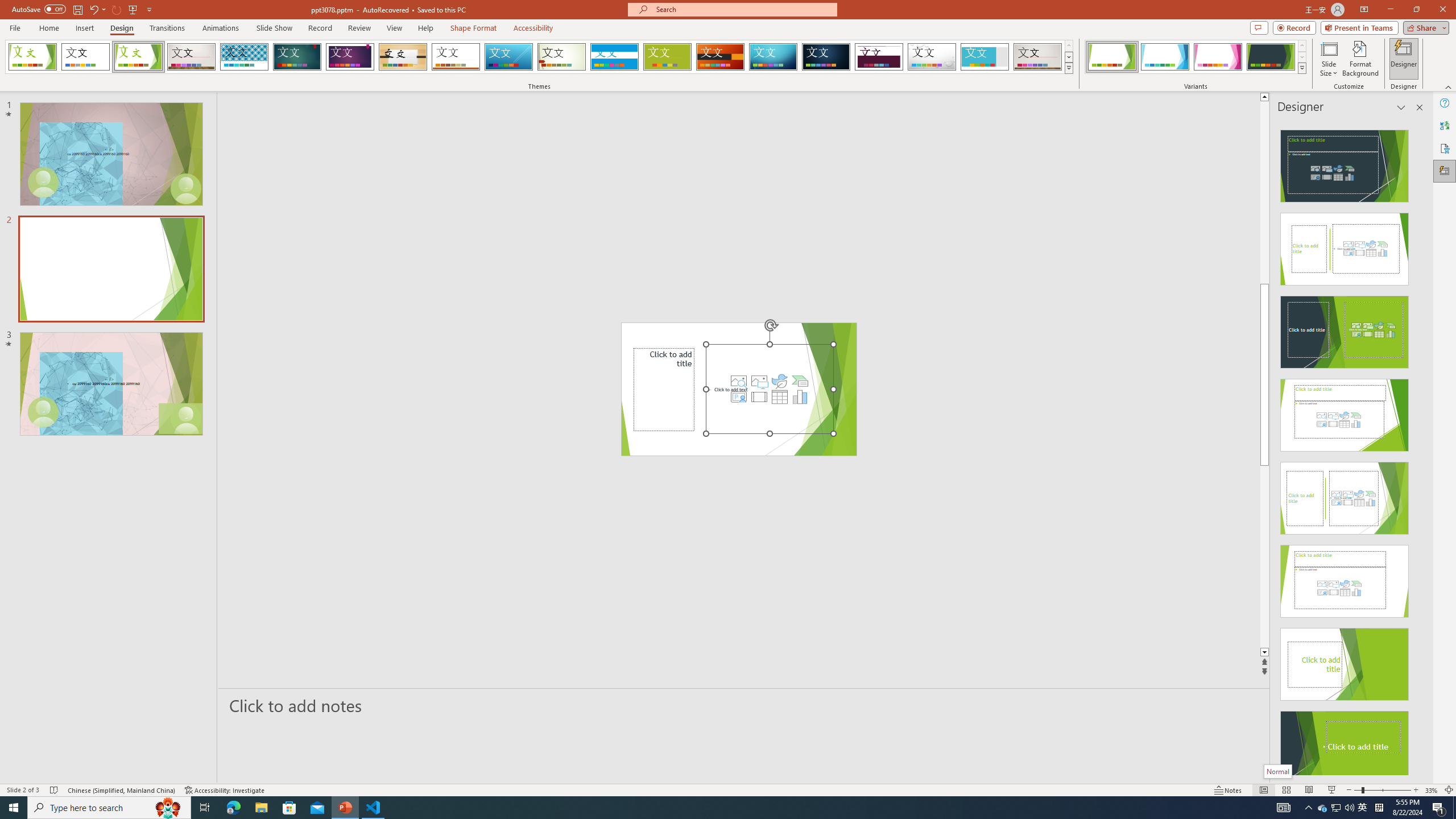 Image resolution: width=1456 pixels, height=819 pixels. What do you see at coordinates (721, 56) in the screenshot?
I see `'Berlin'` at bounding box center [721, 56].